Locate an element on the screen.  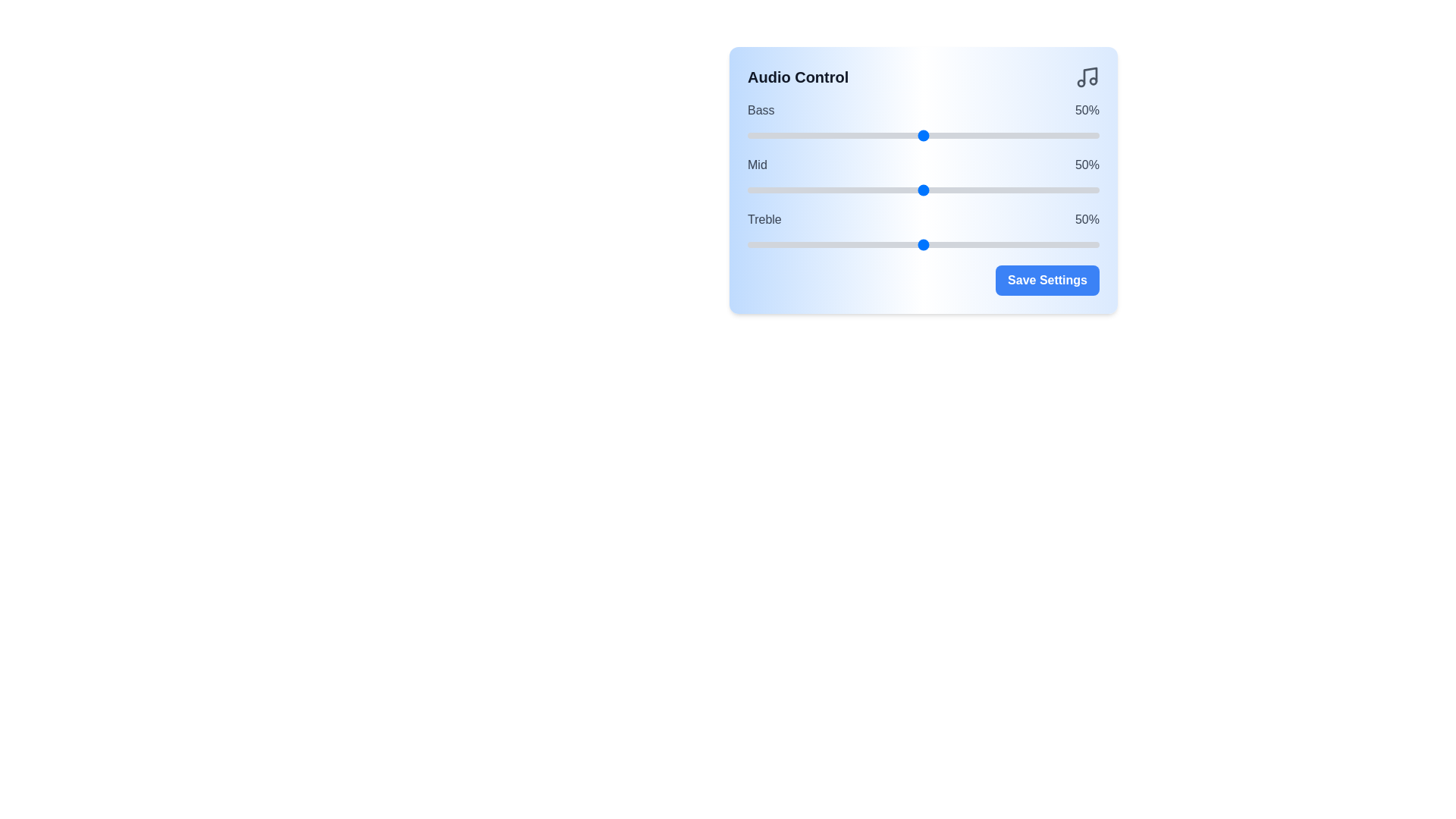
the bass slider to 35% is located at coordinates (871, 134).